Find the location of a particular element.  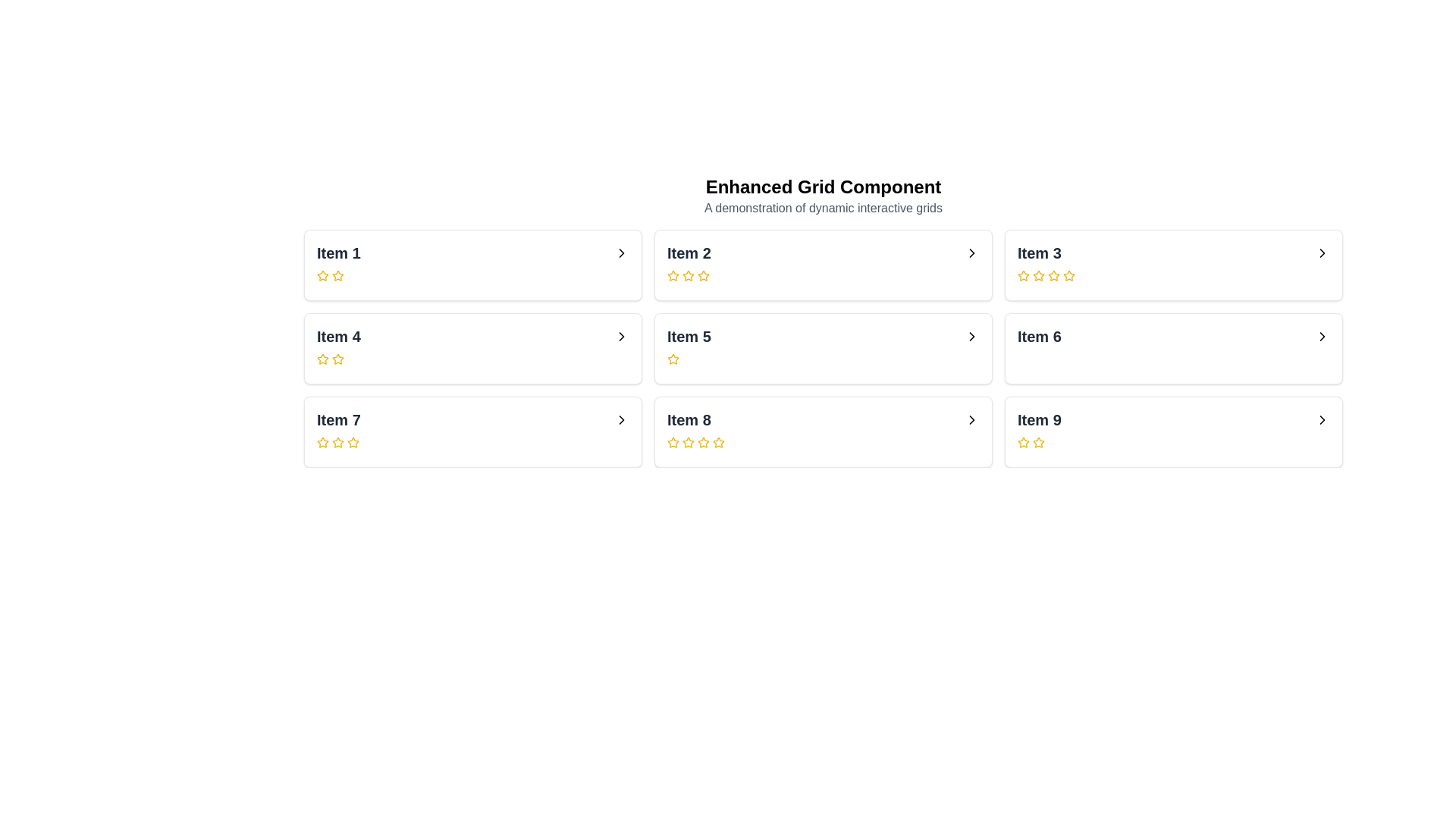

the second star rating icon located under the 'Item 7' label in the rating system to rate it is located at coordinates (337, 442).